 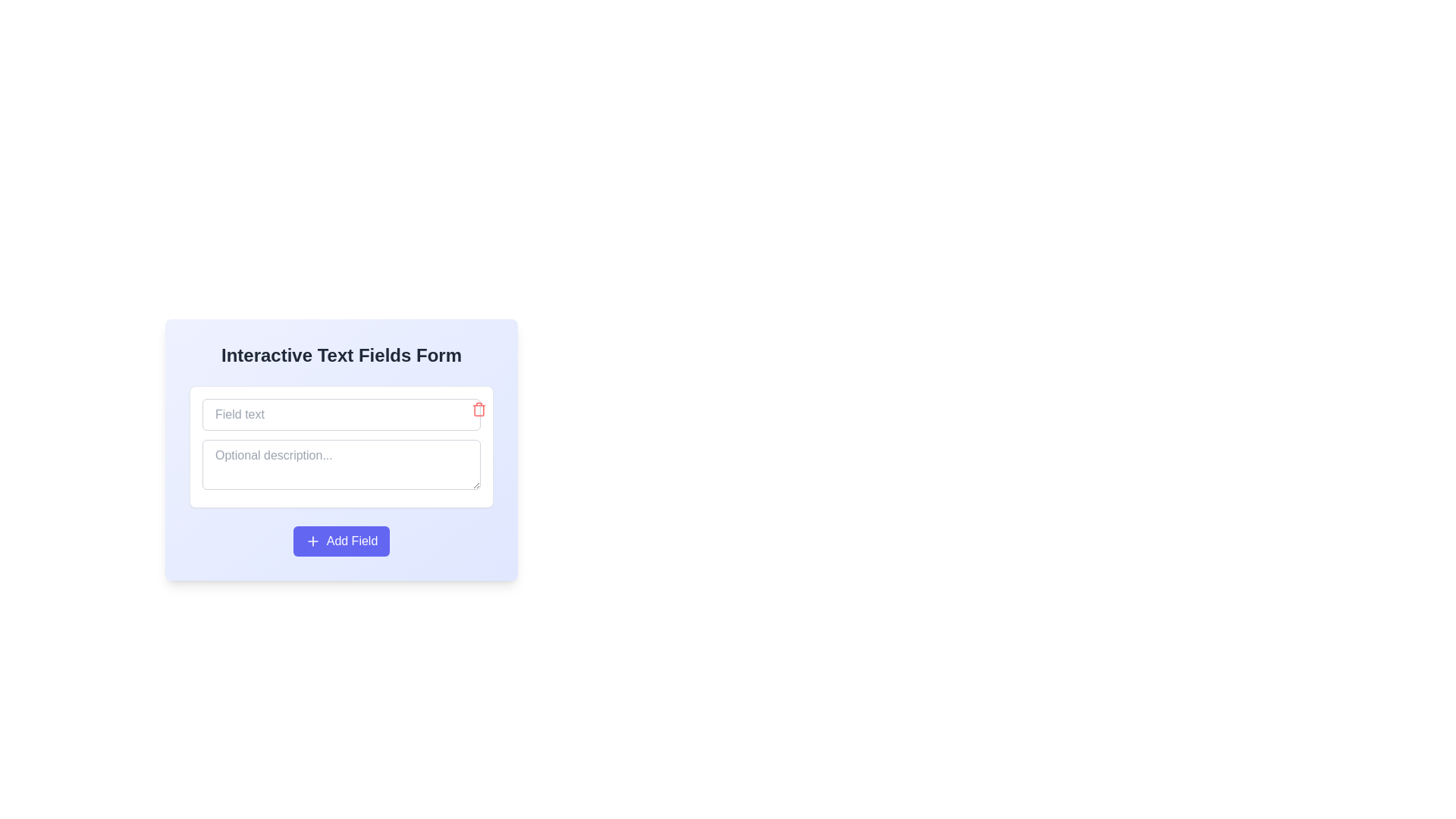 I want to click on the text area with placeholder 'Optional description...' by tabbing through the form fields, so click(x=340, y=489).